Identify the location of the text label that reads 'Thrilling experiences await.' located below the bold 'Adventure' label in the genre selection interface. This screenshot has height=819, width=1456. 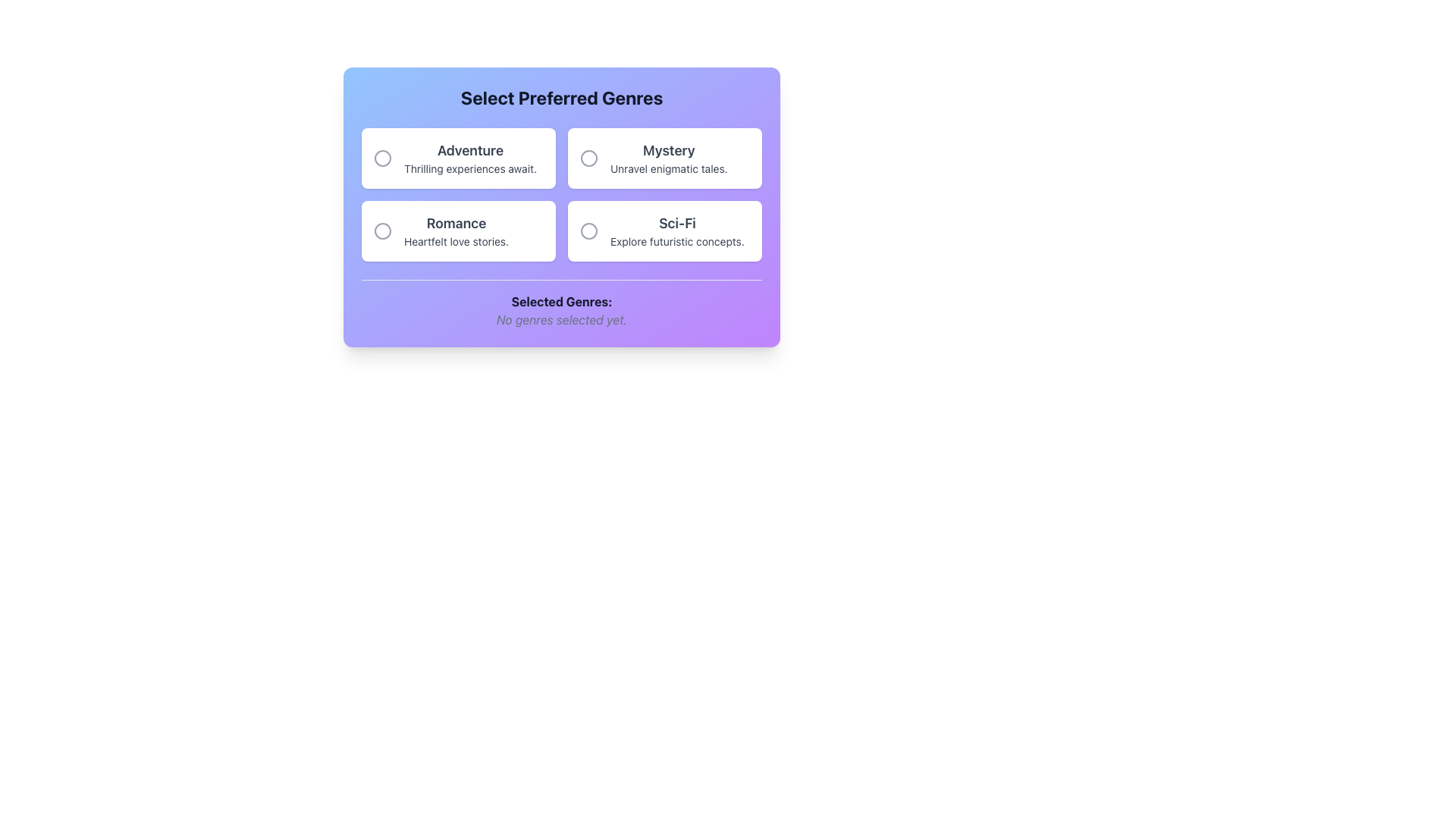
(469, 169).